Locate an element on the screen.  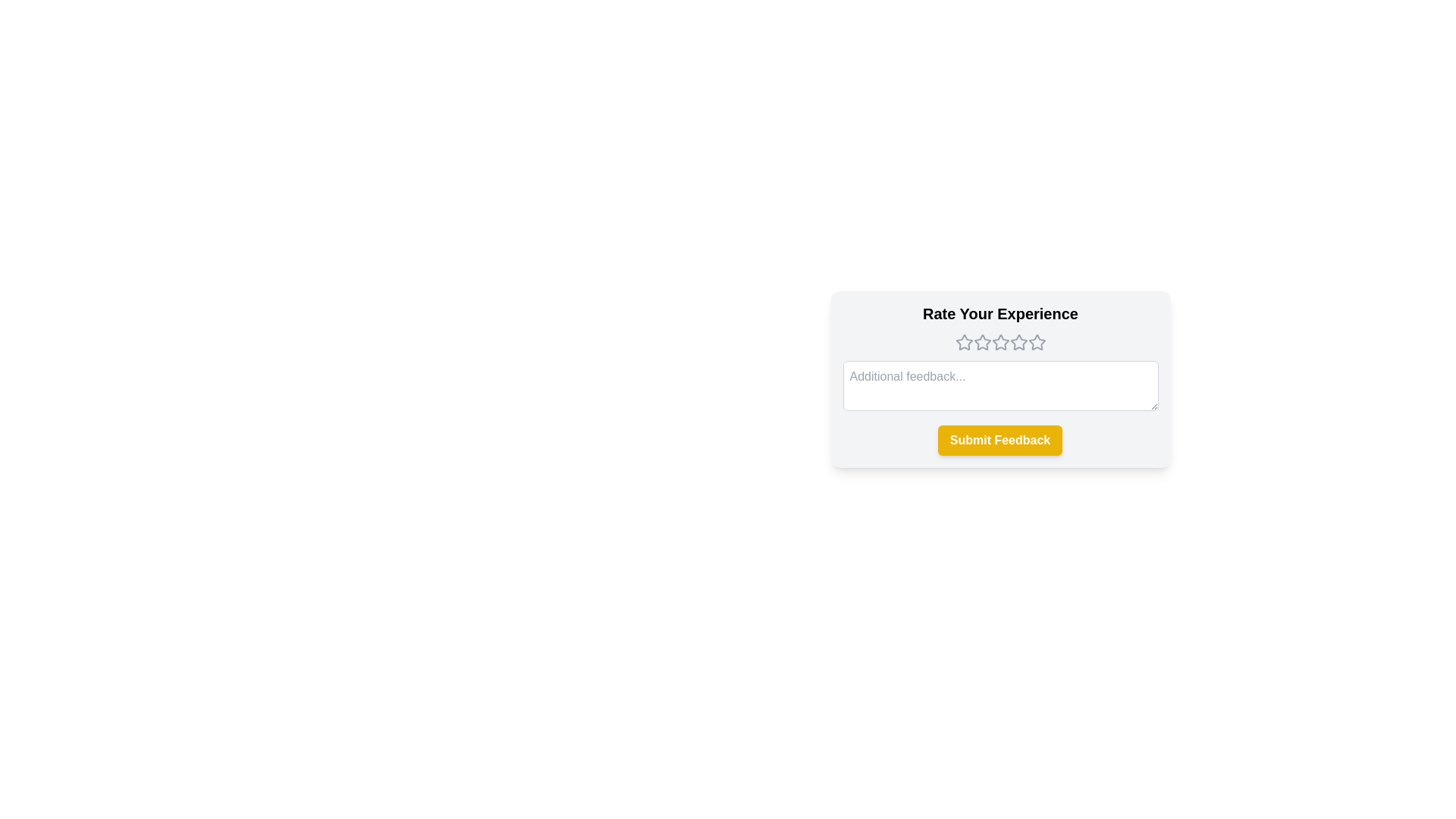
the fourth star-shaped interactive rating icon in the feedback module is located at coordinates (1018, 342).